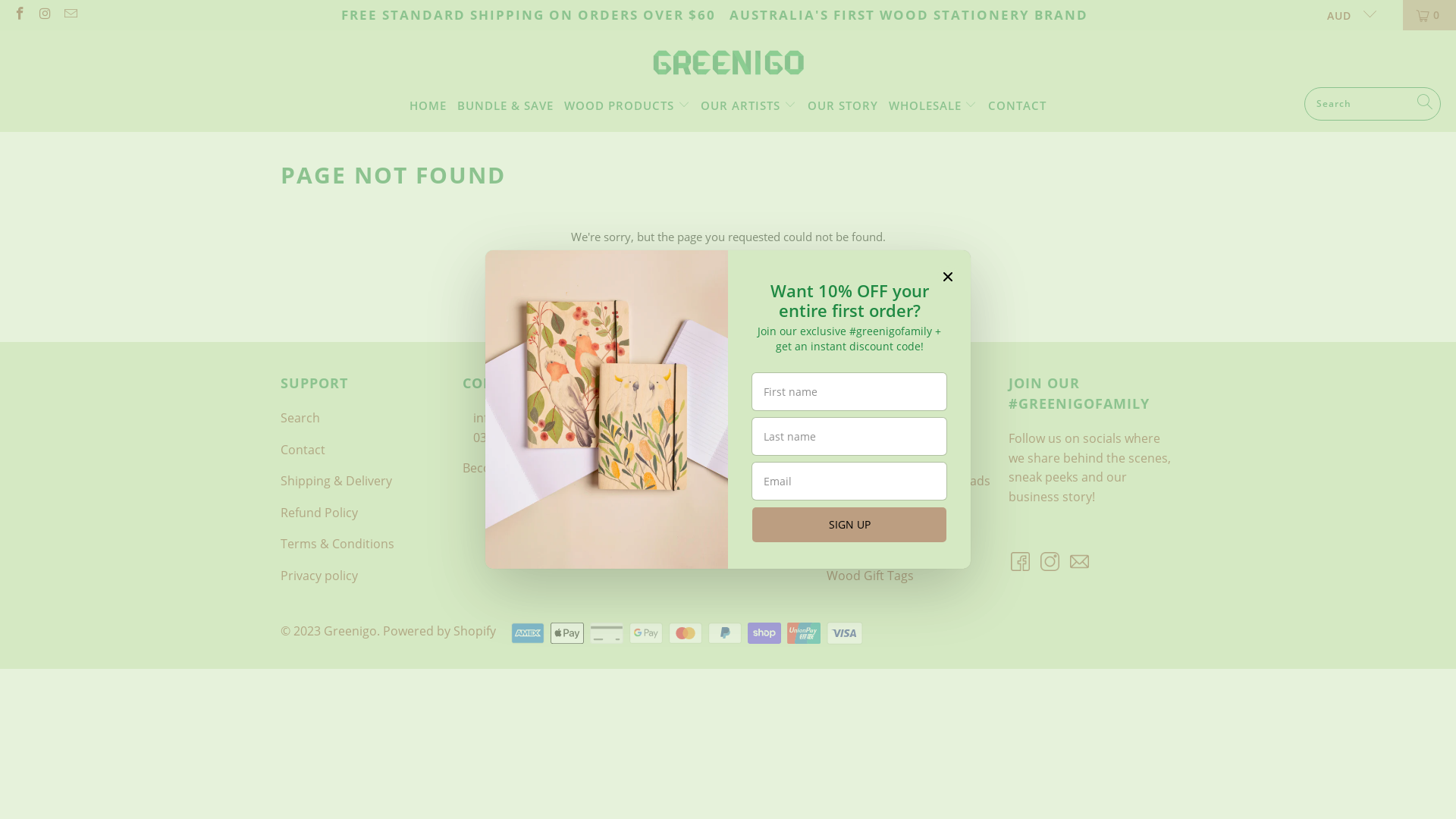 The height and width of the screenshot is (819, 1456). I want to click on 'BUNDLE & SAVE', so click(505, 104).